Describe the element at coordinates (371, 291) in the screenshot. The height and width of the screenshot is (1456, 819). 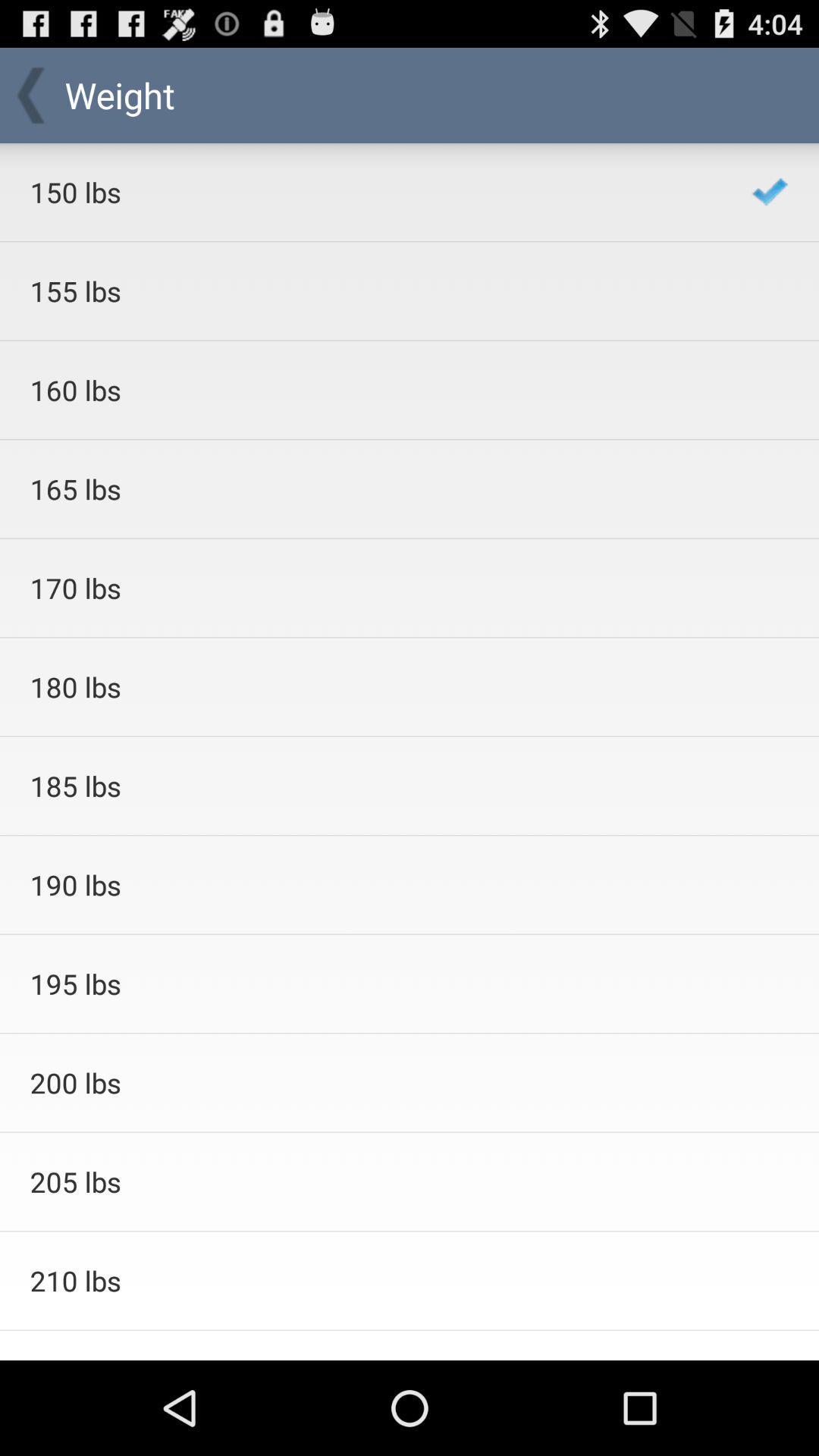
I see `the item below 150 lbs app` at that location.